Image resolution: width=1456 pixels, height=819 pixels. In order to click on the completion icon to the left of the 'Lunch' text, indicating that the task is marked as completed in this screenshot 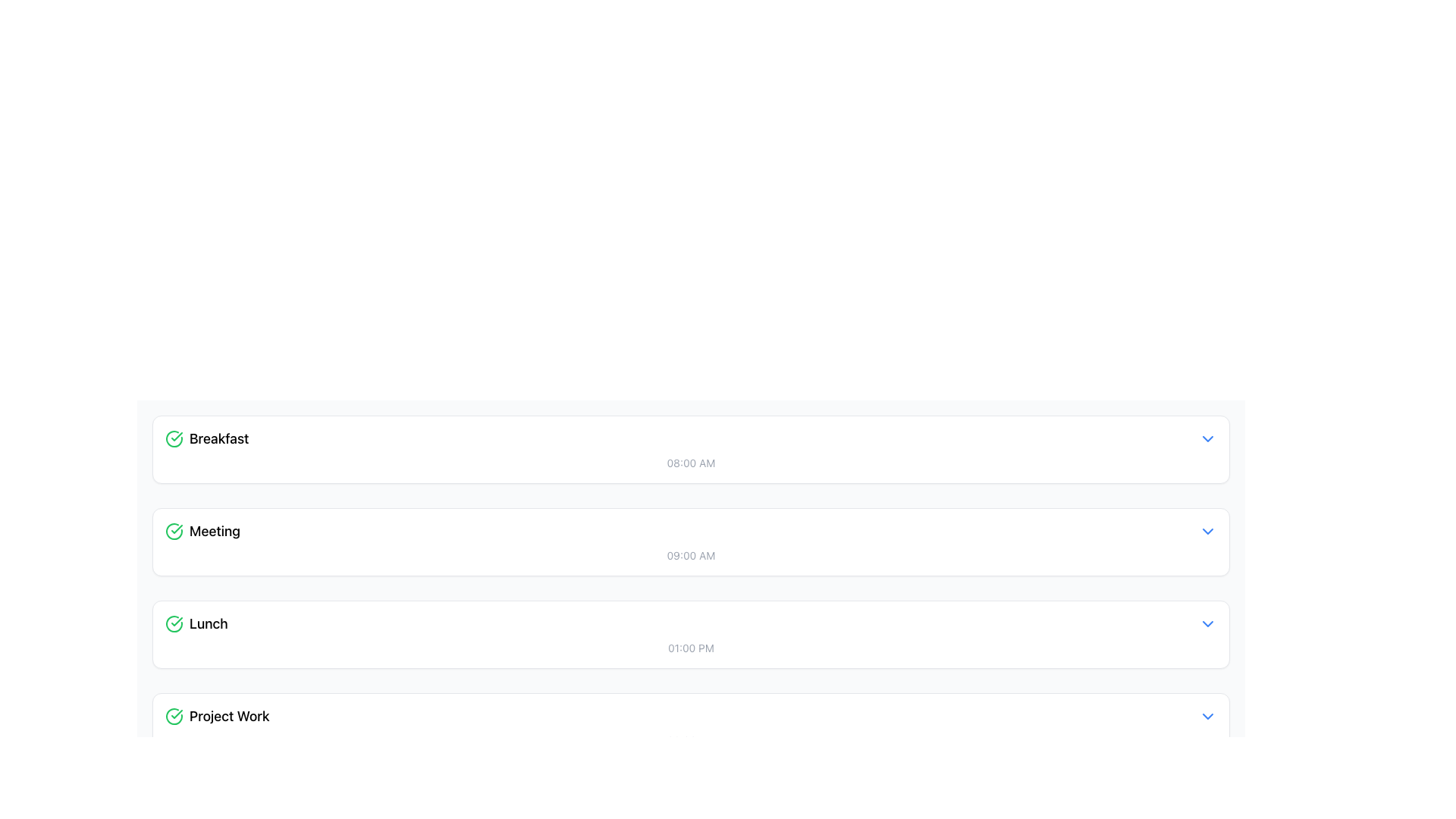, I will do `click(174, 623)`.